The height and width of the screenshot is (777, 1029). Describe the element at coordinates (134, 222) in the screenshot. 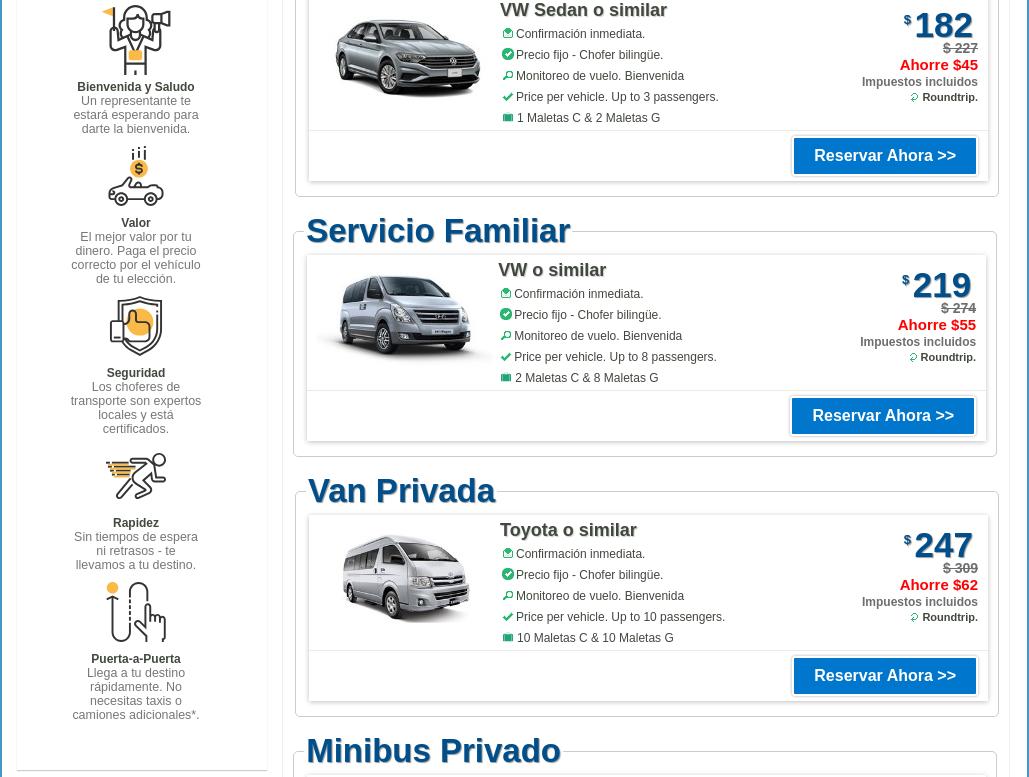

I see `'Valor'` at that location.